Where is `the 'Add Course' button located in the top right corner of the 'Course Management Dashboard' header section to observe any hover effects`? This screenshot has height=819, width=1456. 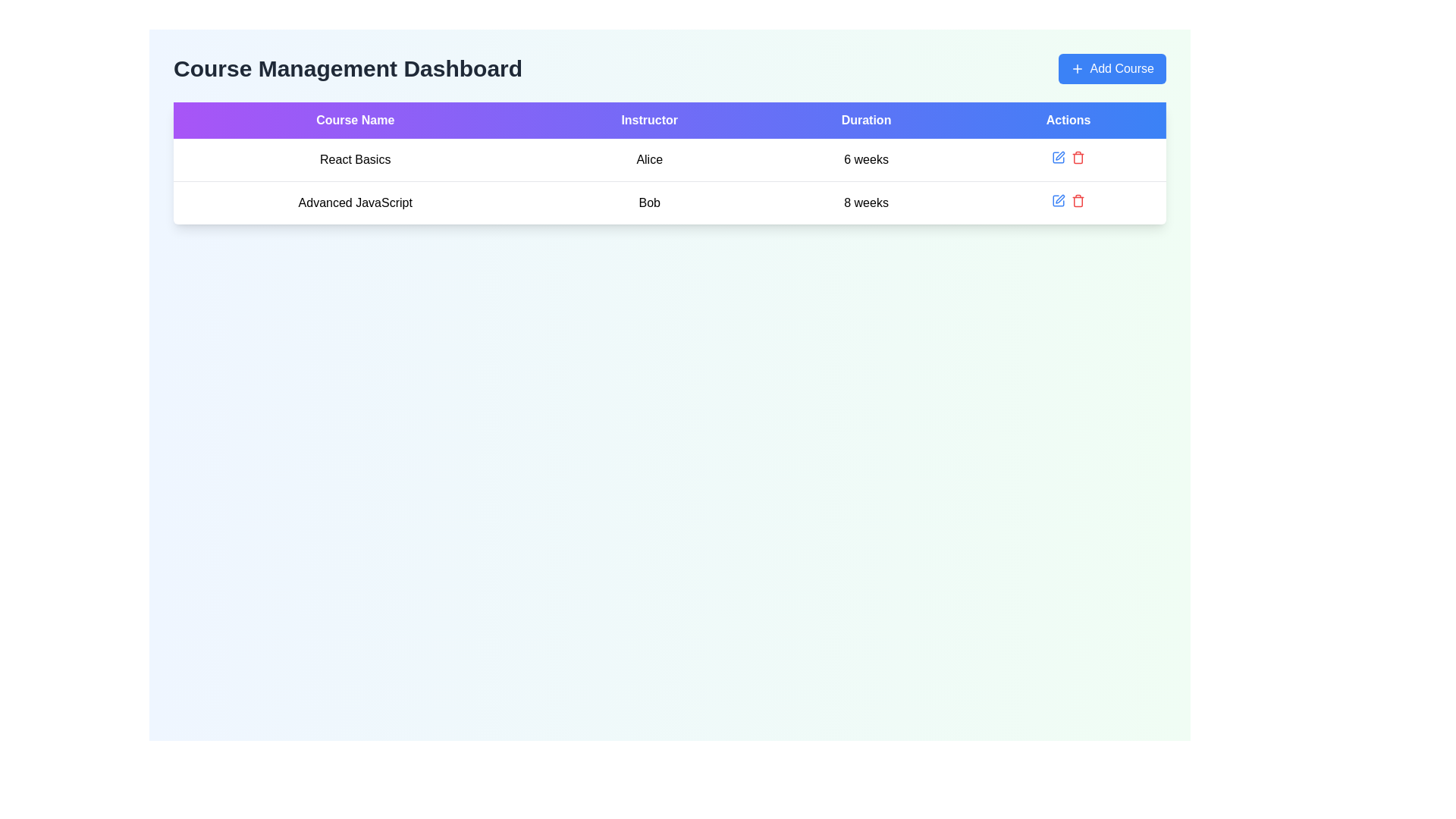 the 'Add Course' button located in the top right corner of the 'Course Management Dashboard' header section to observe any hover effects is located at coordinates (1112, 69).